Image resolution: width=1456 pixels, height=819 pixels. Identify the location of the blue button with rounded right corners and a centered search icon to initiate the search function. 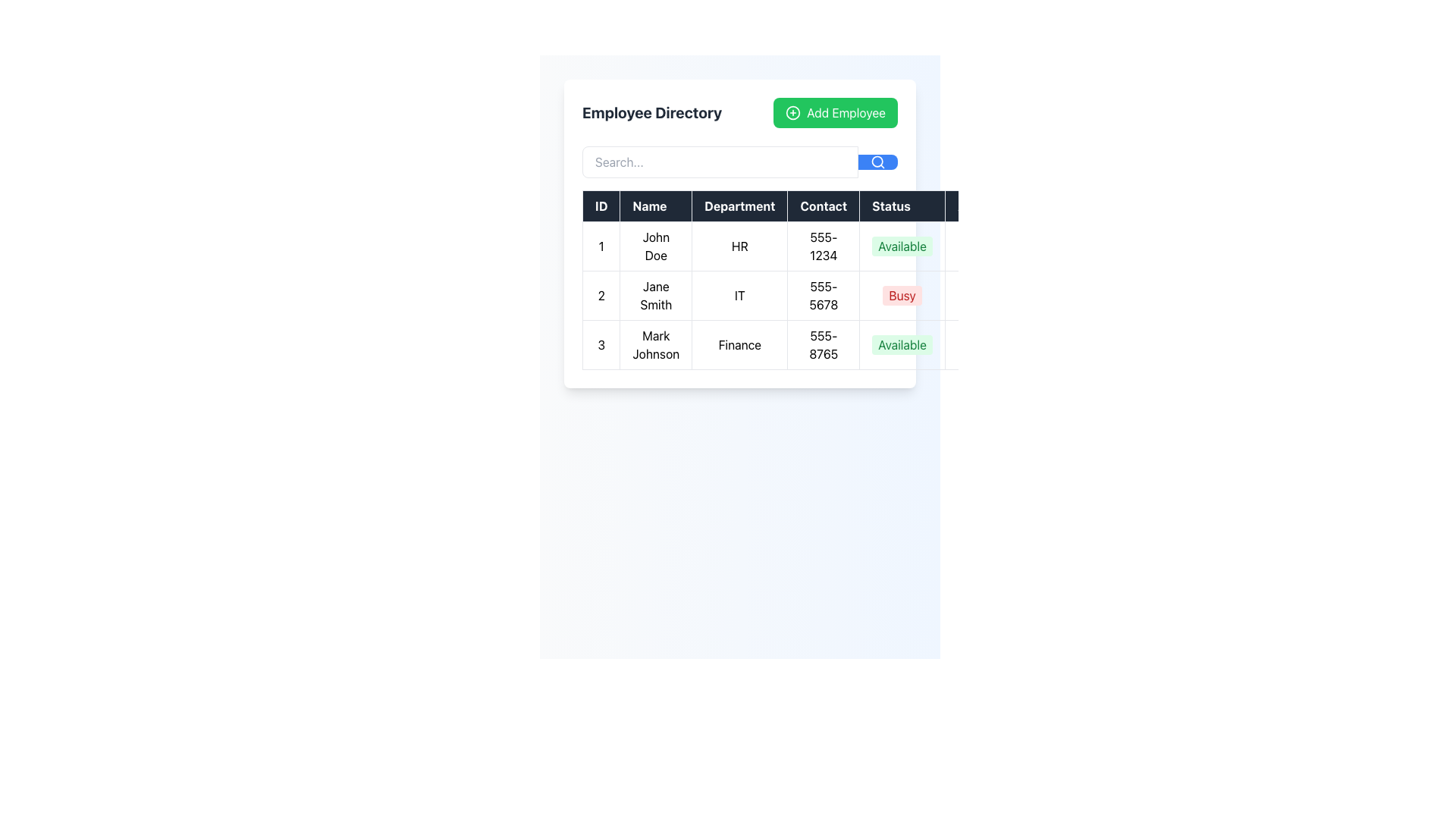
(877, 162).